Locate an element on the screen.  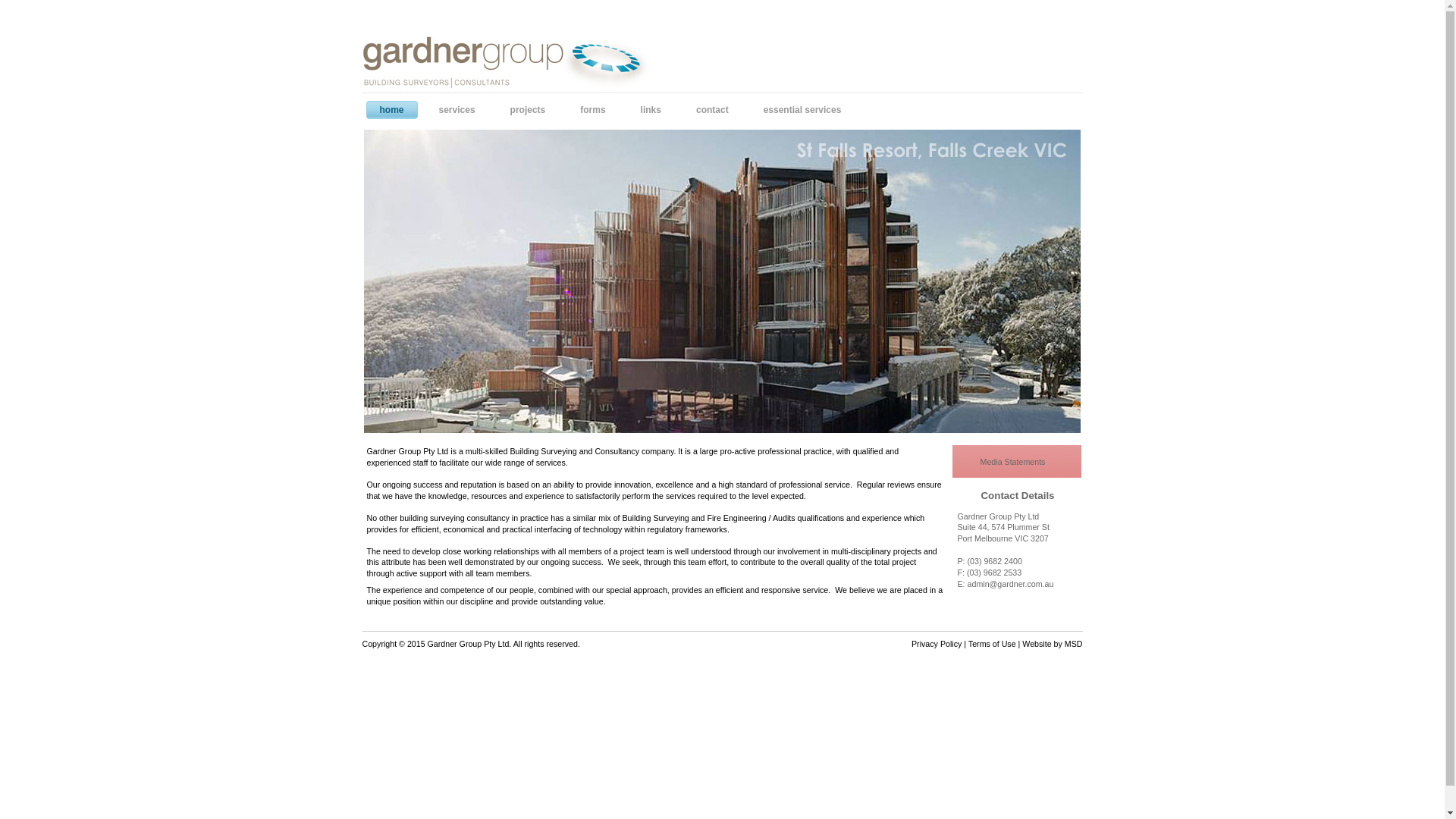
'Media Statements' is located at coordinates (1016, 462).